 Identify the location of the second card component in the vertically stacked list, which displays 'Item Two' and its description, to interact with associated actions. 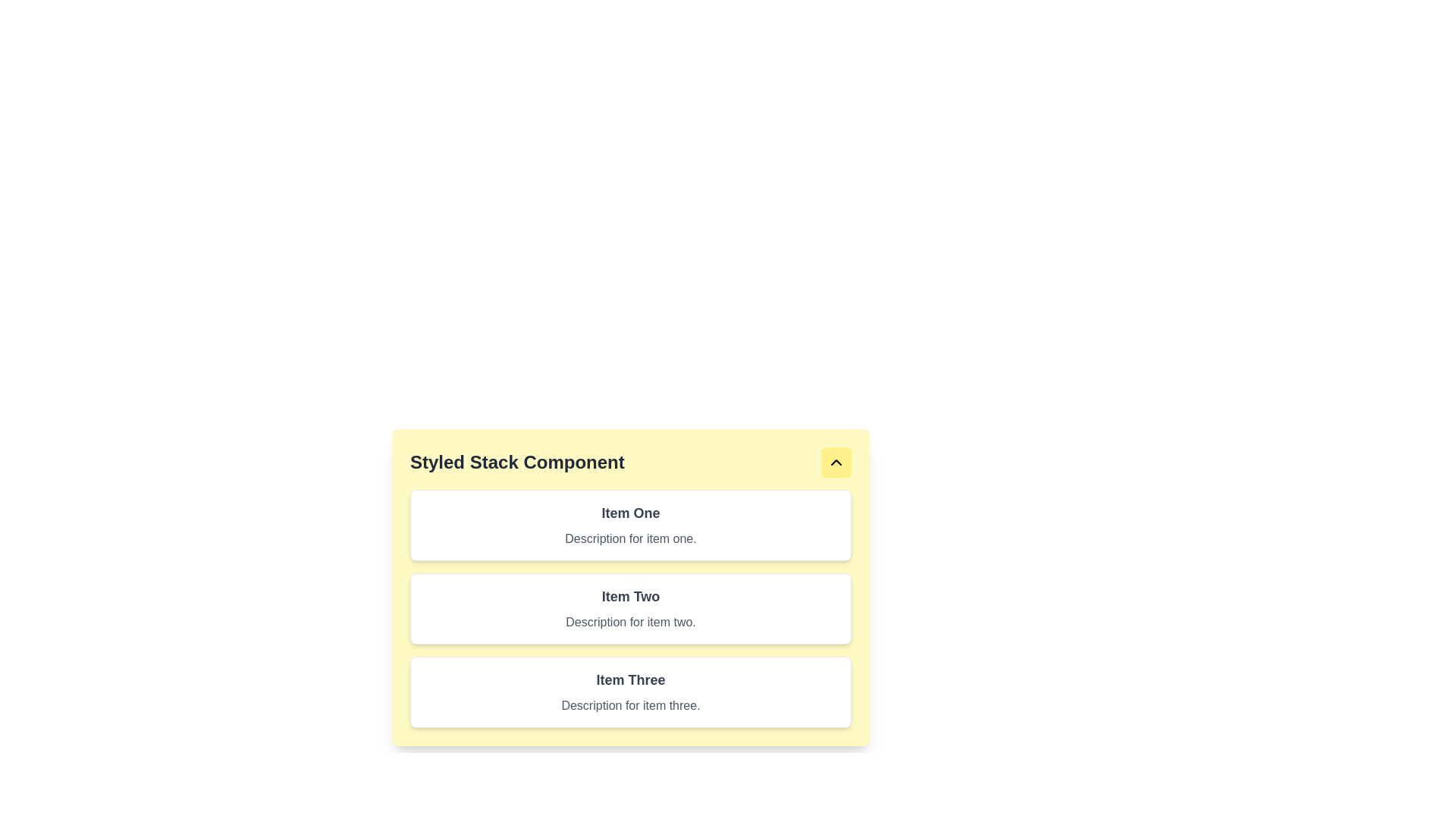
(630, 607).